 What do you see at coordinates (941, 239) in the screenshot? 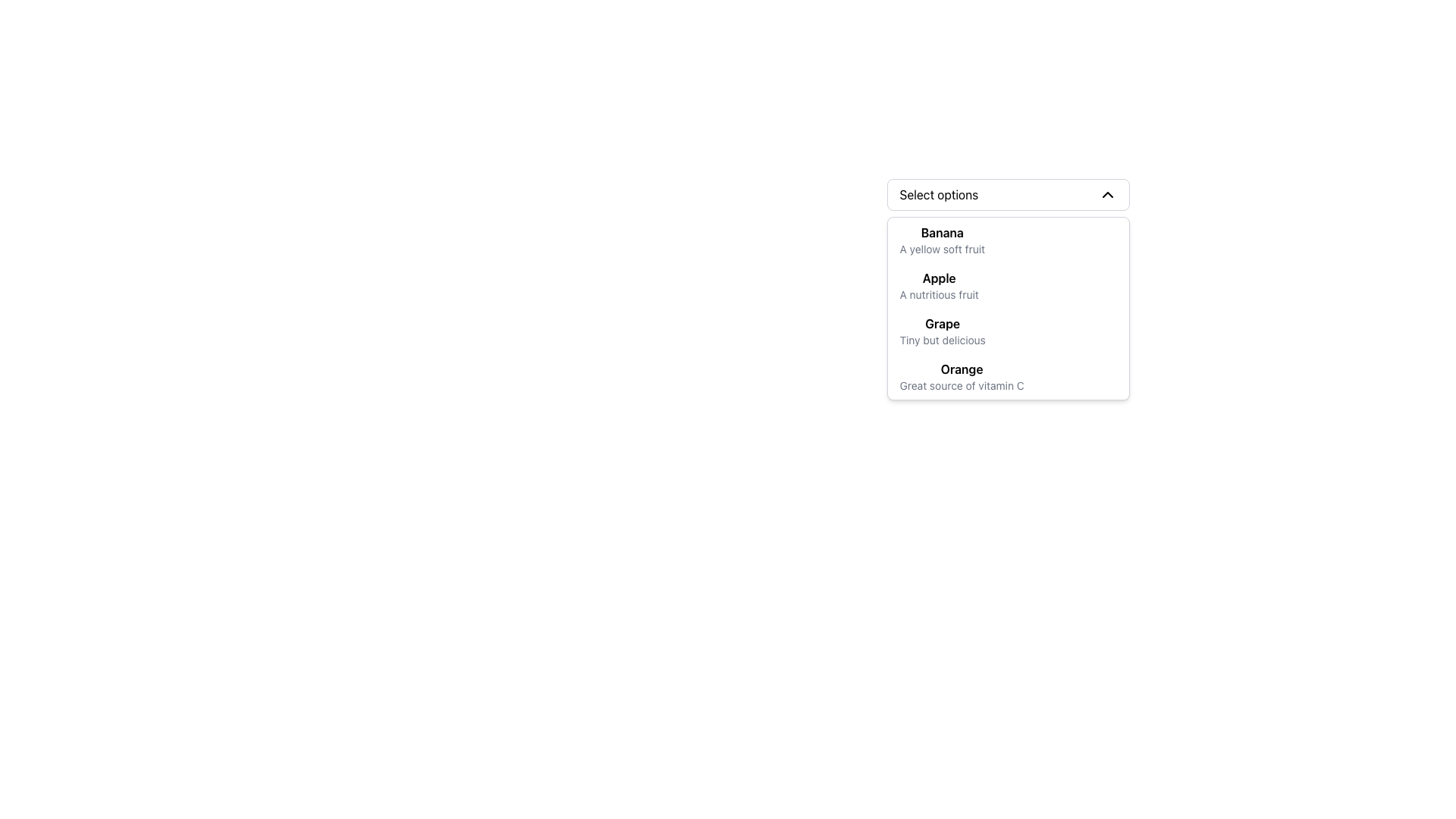
I see `the 'Banana' option in the dropdown menu` at bounding box center [941, 239].